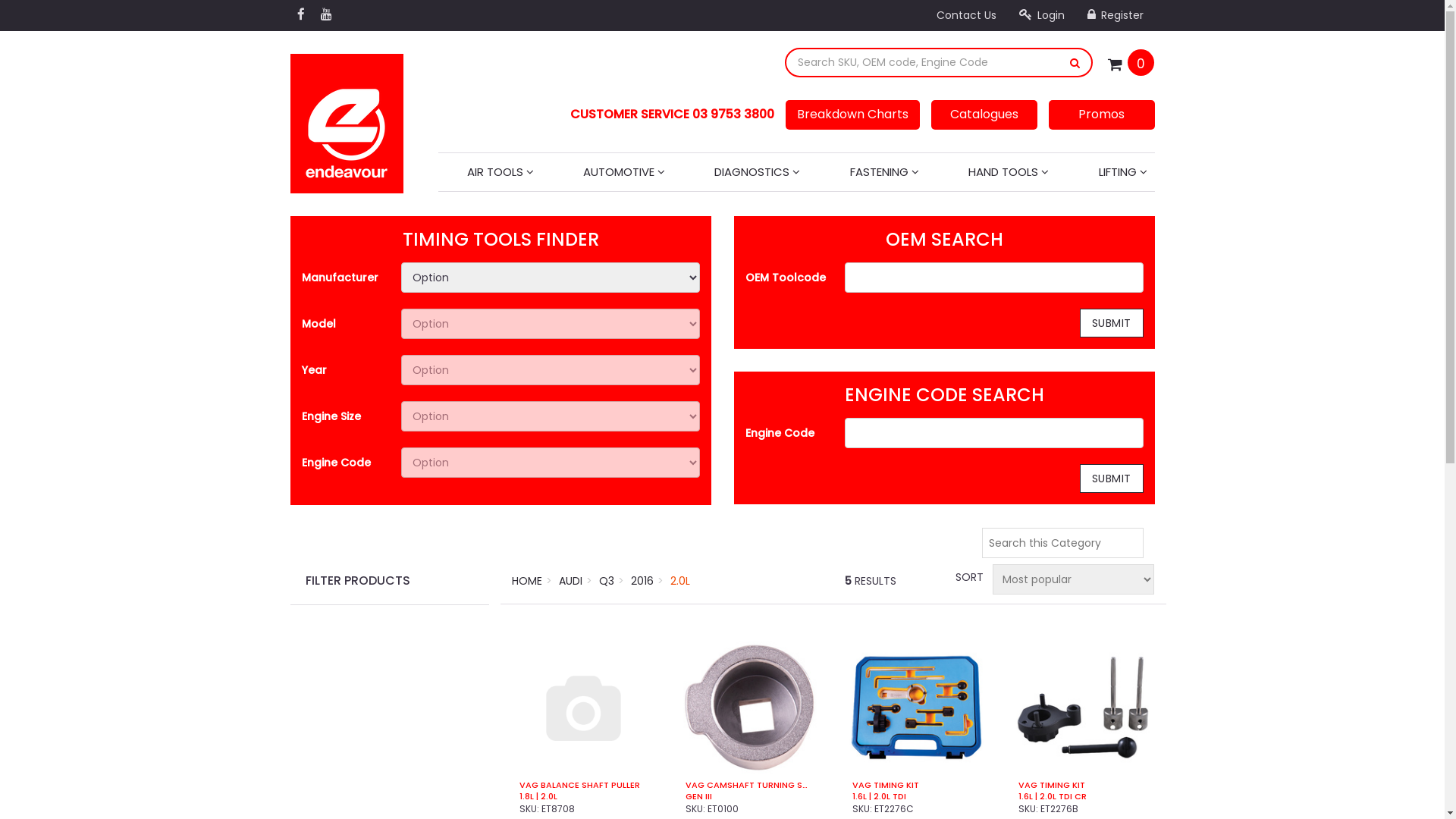 This screenshot has width=1456, height=819. Describe the element at coordinates (1081, 795) in the screenshot. I see `'1.6L | 2.0L TDI CR'` at that location.